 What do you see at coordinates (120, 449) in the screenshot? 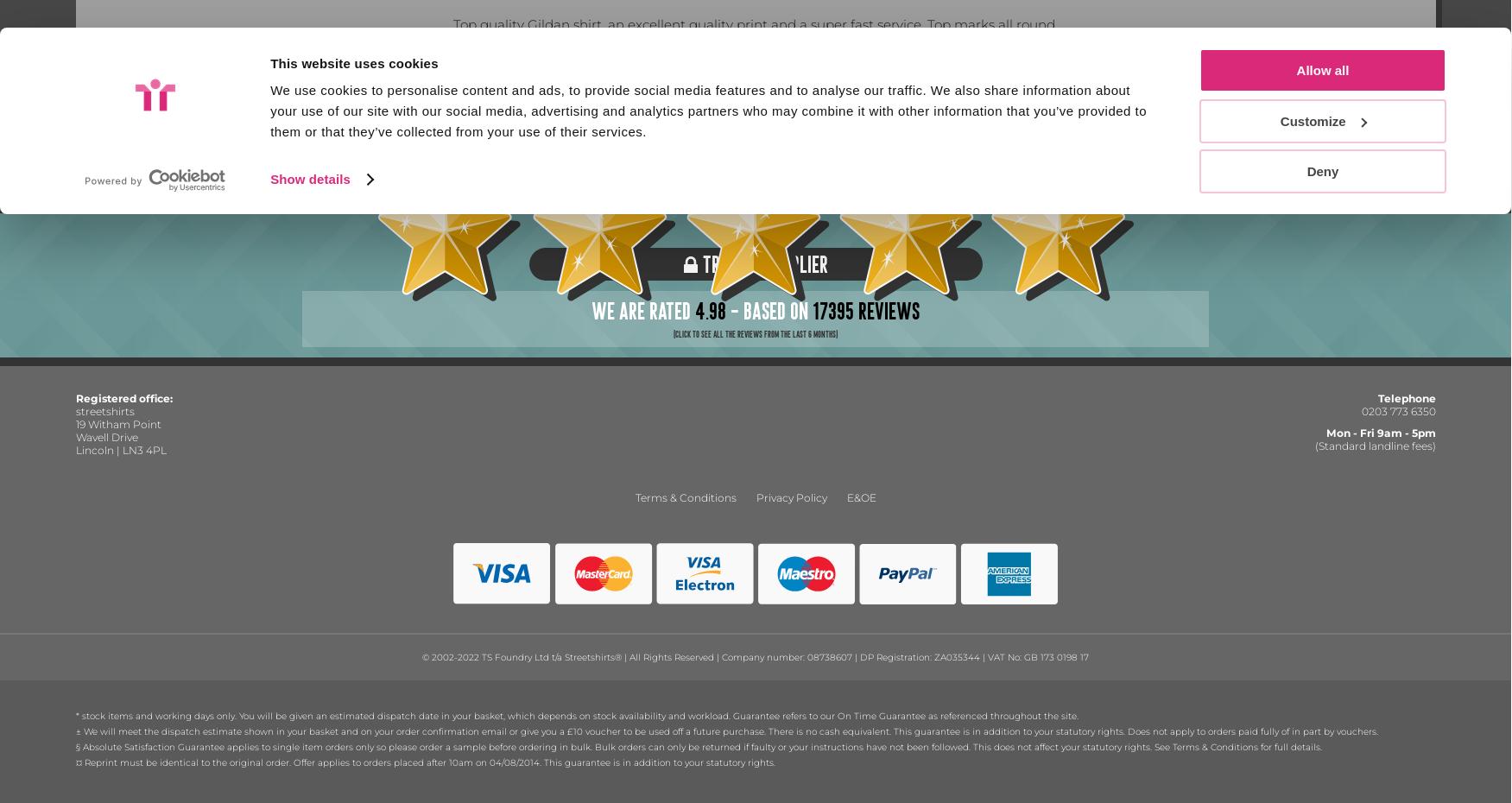
I see `'Lincoln | LN3 4PL'` at bounding box center [120, 449].